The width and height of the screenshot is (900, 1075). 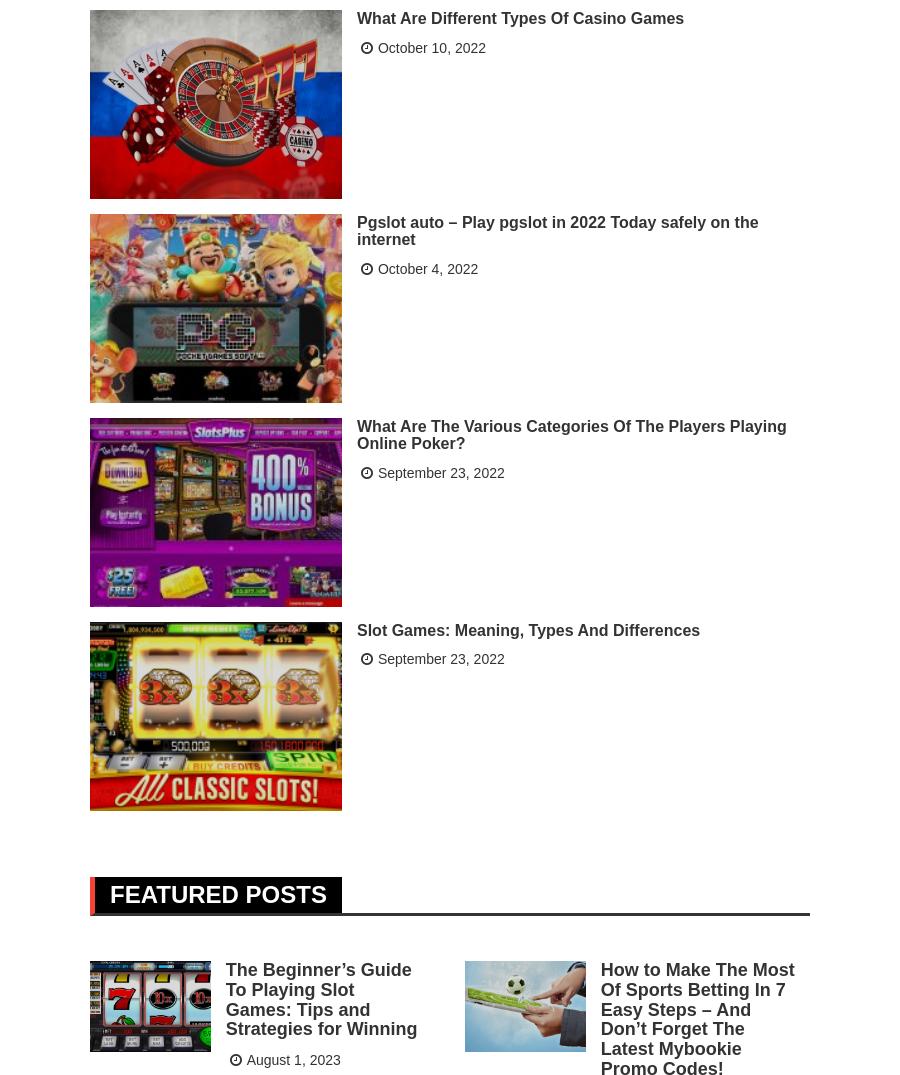 What do you see at coordinates (527, 627) in the screenshot?
I see `'Slot Games: Meaning, Types And Differences'` at bounding box center [527, 627].